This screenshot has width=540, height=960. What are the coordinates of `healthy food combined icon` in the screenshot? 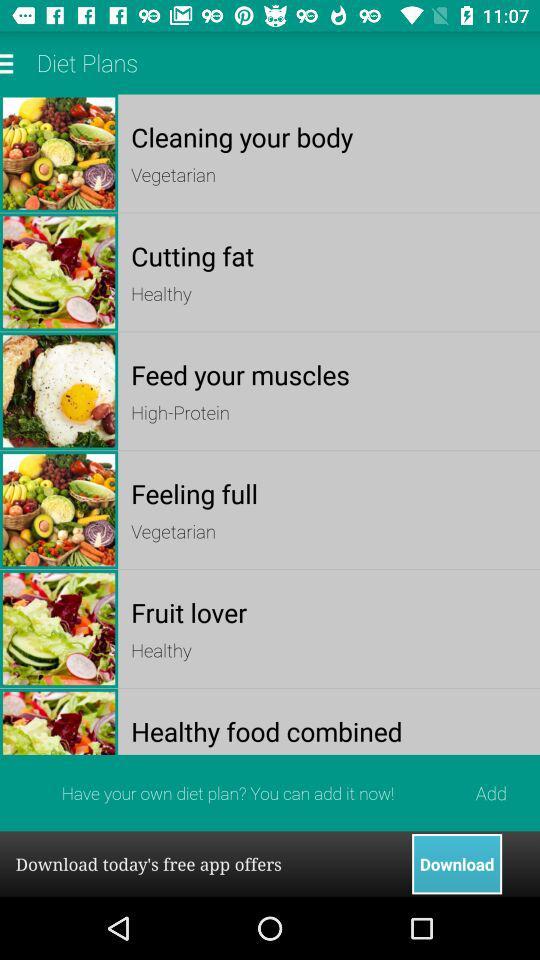 It's located at (329, 730).